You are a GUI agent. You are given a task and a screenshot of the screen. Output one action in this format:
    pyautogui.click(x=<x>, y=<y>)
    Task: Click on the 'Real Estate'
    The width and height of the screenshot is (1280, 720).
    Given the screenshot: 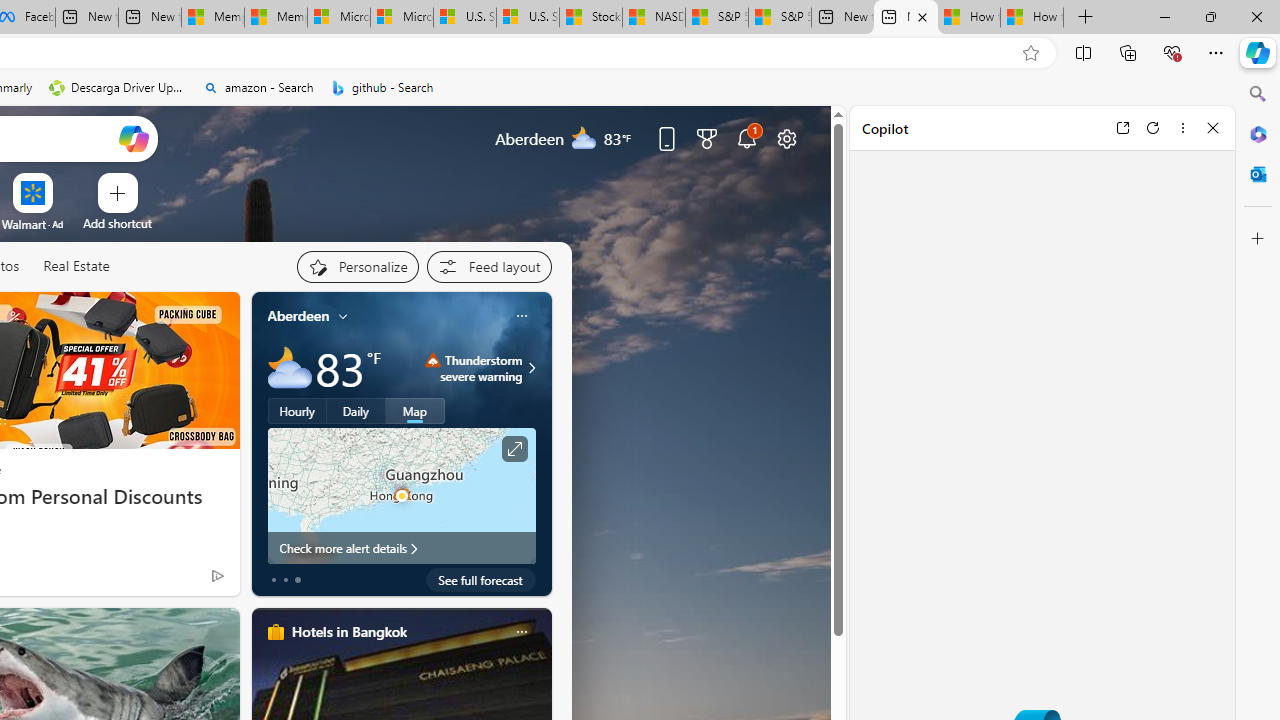 What is the action you would take?
    pyautogui.click(x=76, y=265)
    